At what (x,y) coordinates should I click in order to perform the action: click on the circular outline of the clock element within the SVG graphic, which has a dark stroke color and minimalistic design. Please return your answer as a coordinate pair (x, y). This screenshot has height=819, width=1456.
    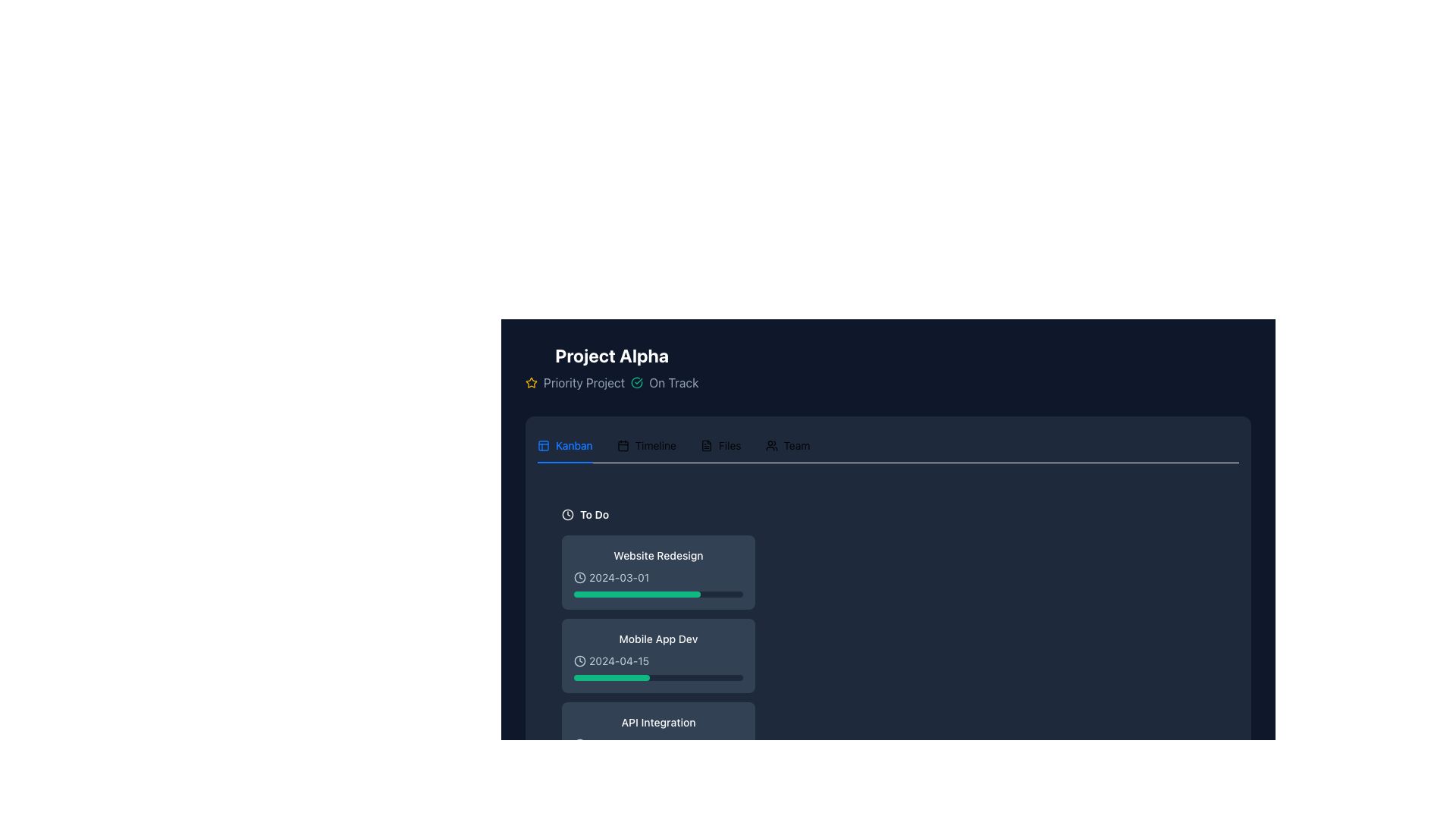
    Looking at the image, I should click on (566, 513).